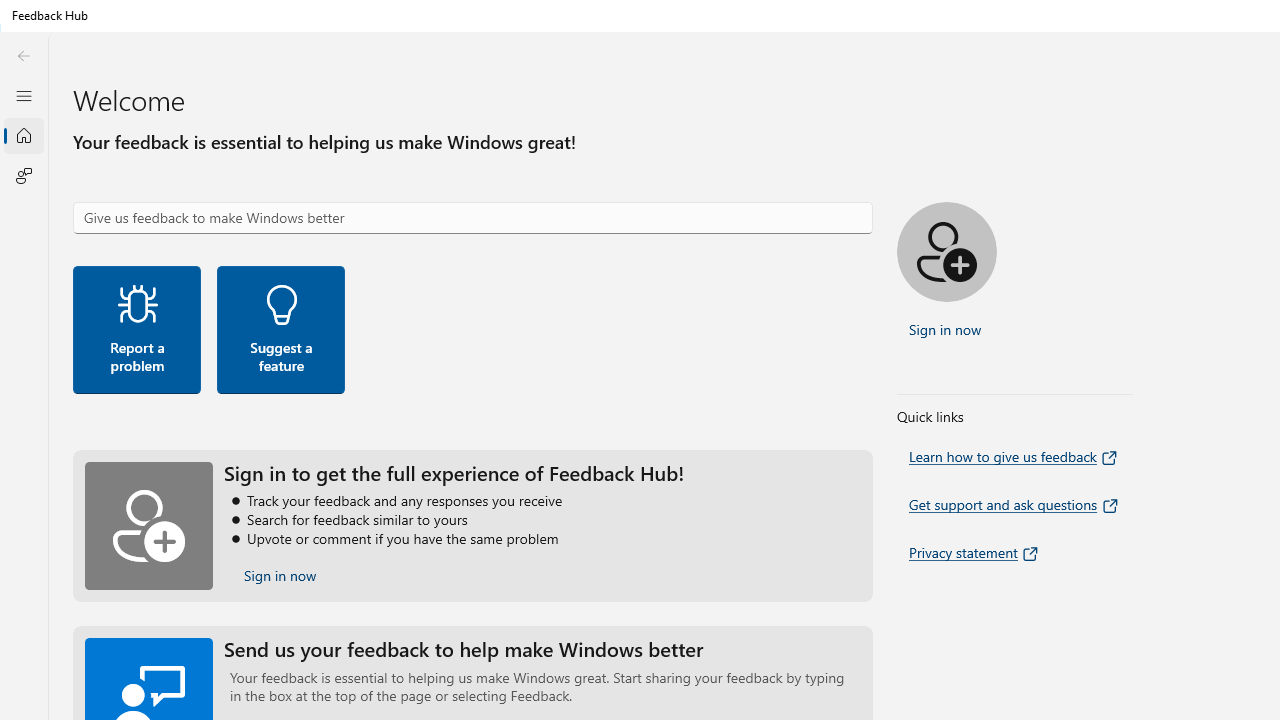 This screenshot has width=1280, height=720. What do you see at coordinates (1015, 504) in the screenshot?
I see `'Get support and ask questions'` at bounding box center [1015, 504].